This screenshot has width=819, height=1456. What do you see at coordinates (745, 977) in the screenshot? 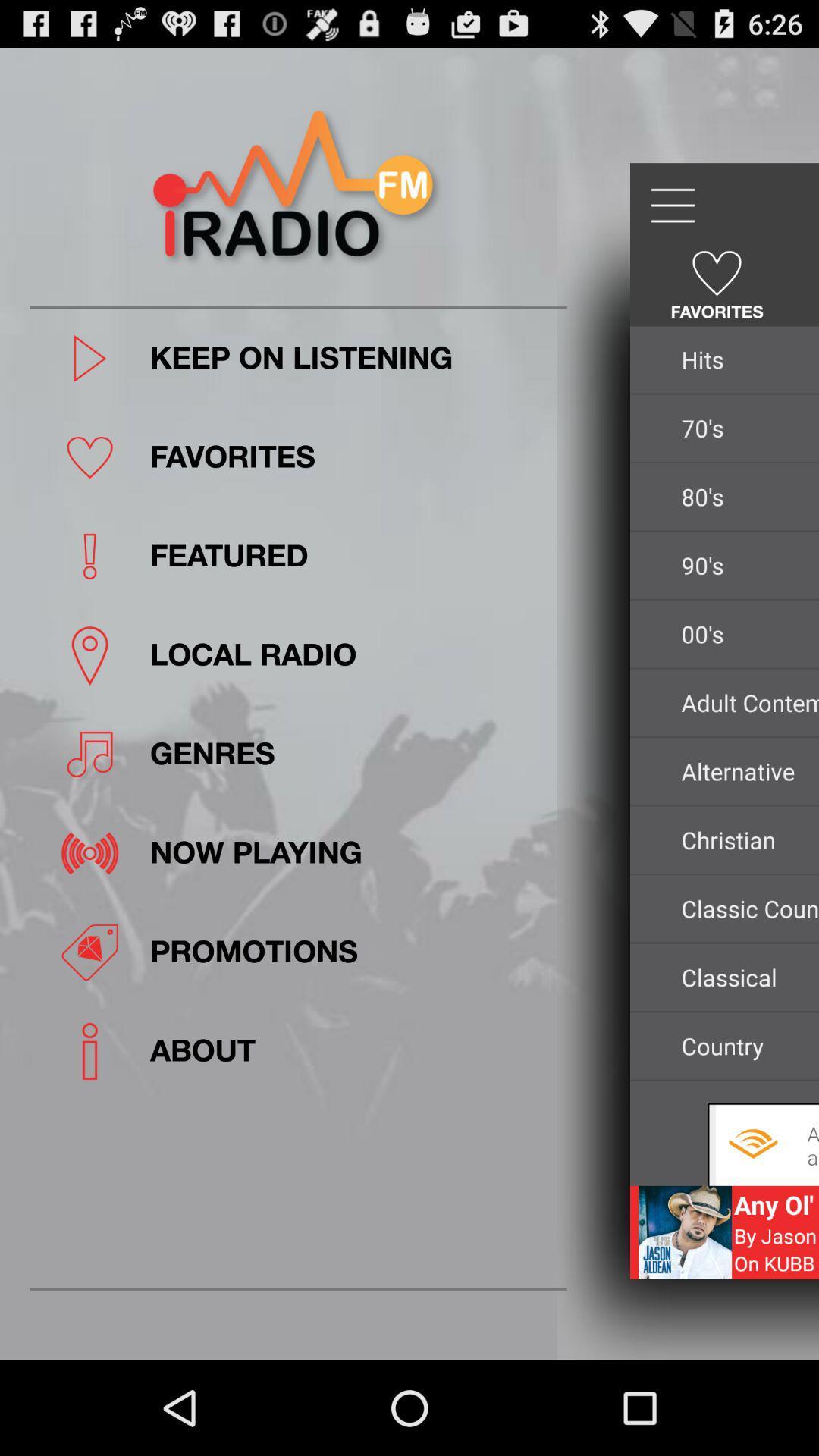
I see `the icon above country` at bounding box center [745, 977].